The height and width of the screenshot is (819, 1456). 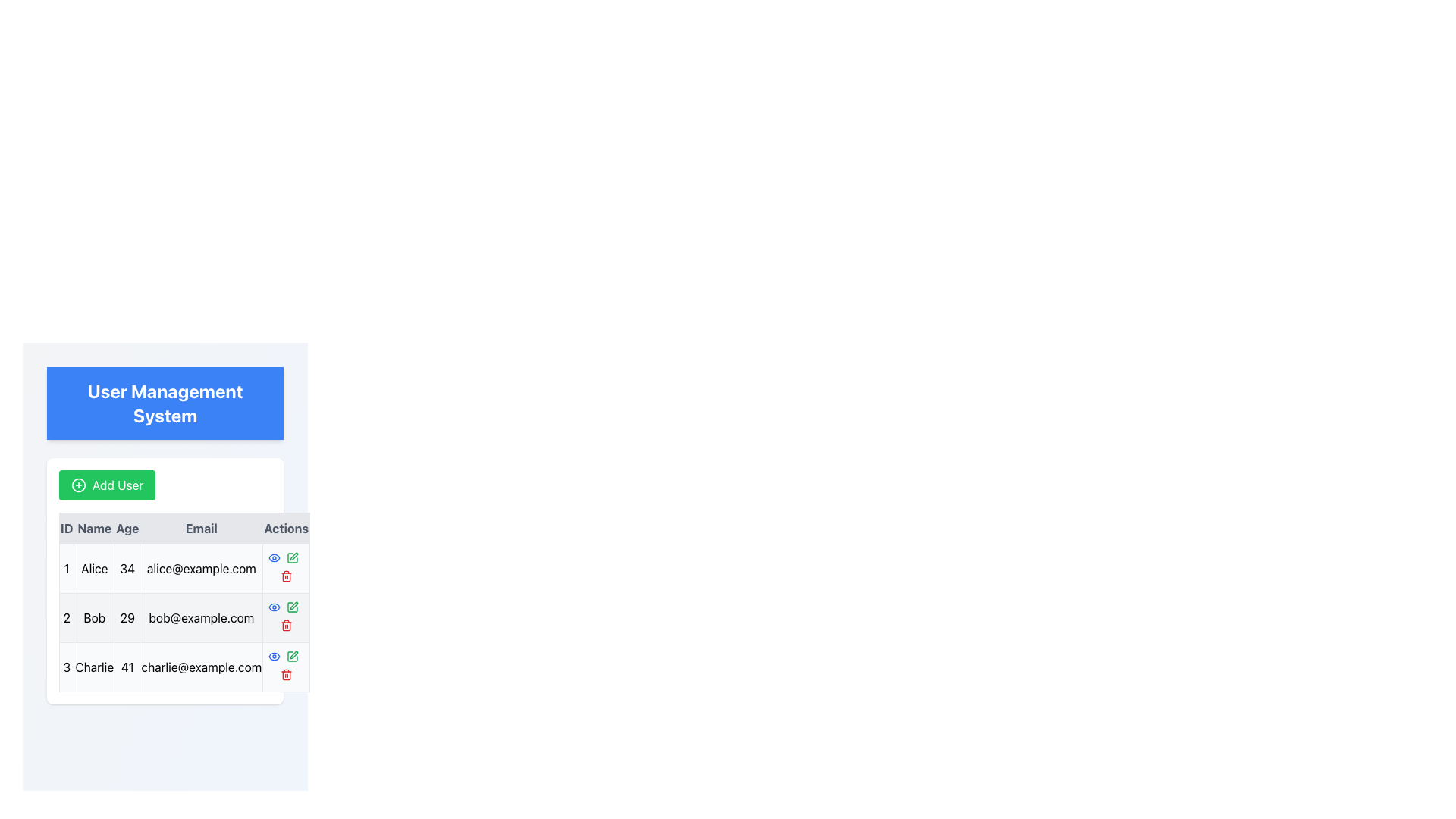 I want to click on the red trash bin icon button located in the 'Actions' column of the table row corresponding to user 'Charlie' with email 'charlie@example.com' and ID '3' to initiate deletion, so click(x=286, y=666).